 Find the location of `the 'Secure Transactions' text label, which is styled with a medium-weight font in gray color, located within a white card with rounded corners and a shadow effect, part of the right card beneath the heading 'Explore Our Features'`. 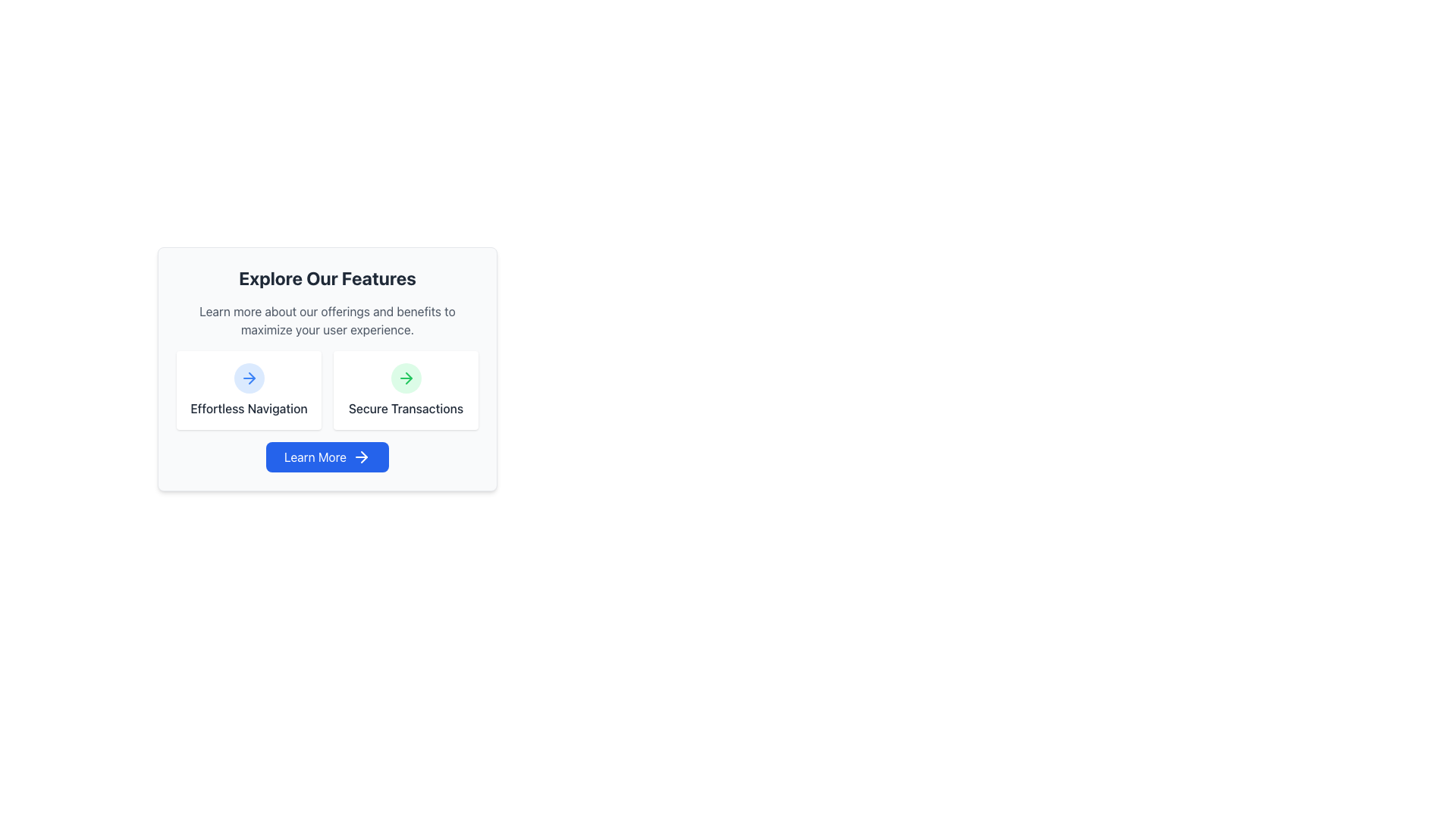

the 'Secure Transactions' text label, which is styled with a medium-weight font in gray color, located within a white card with rounded corners and a shadow effect, part of the right card beneath the heading 'Explore Our Features' is located at coordinates (406, 408).